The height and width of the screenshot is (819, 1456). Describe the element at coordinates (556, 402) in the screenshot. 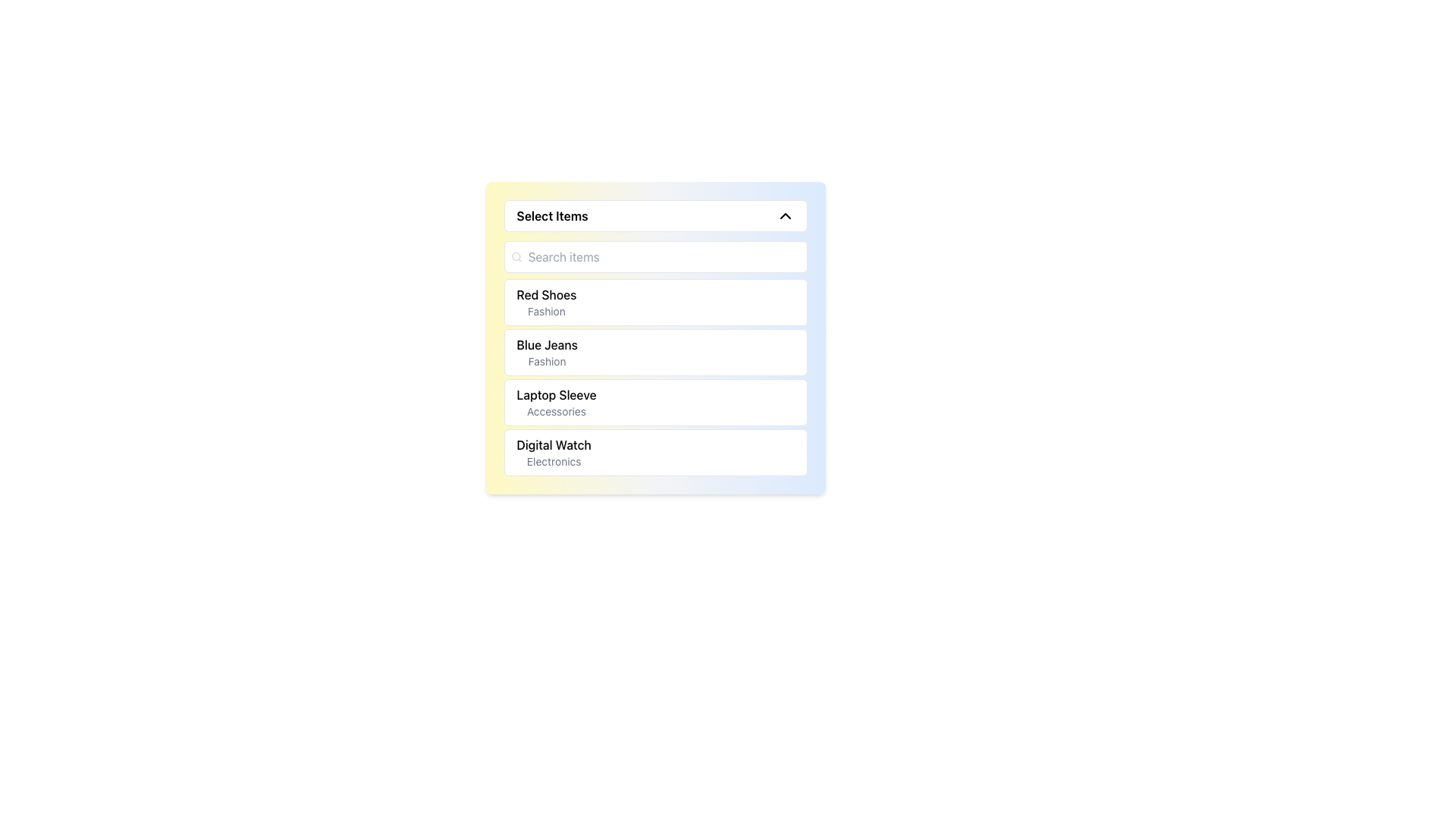

I see `the selectable list item for 'Laptop Sleeve' located in the third row of the dropdown list, positioned between 'Blue Jeans' and 'Digital Watch'` at that location.